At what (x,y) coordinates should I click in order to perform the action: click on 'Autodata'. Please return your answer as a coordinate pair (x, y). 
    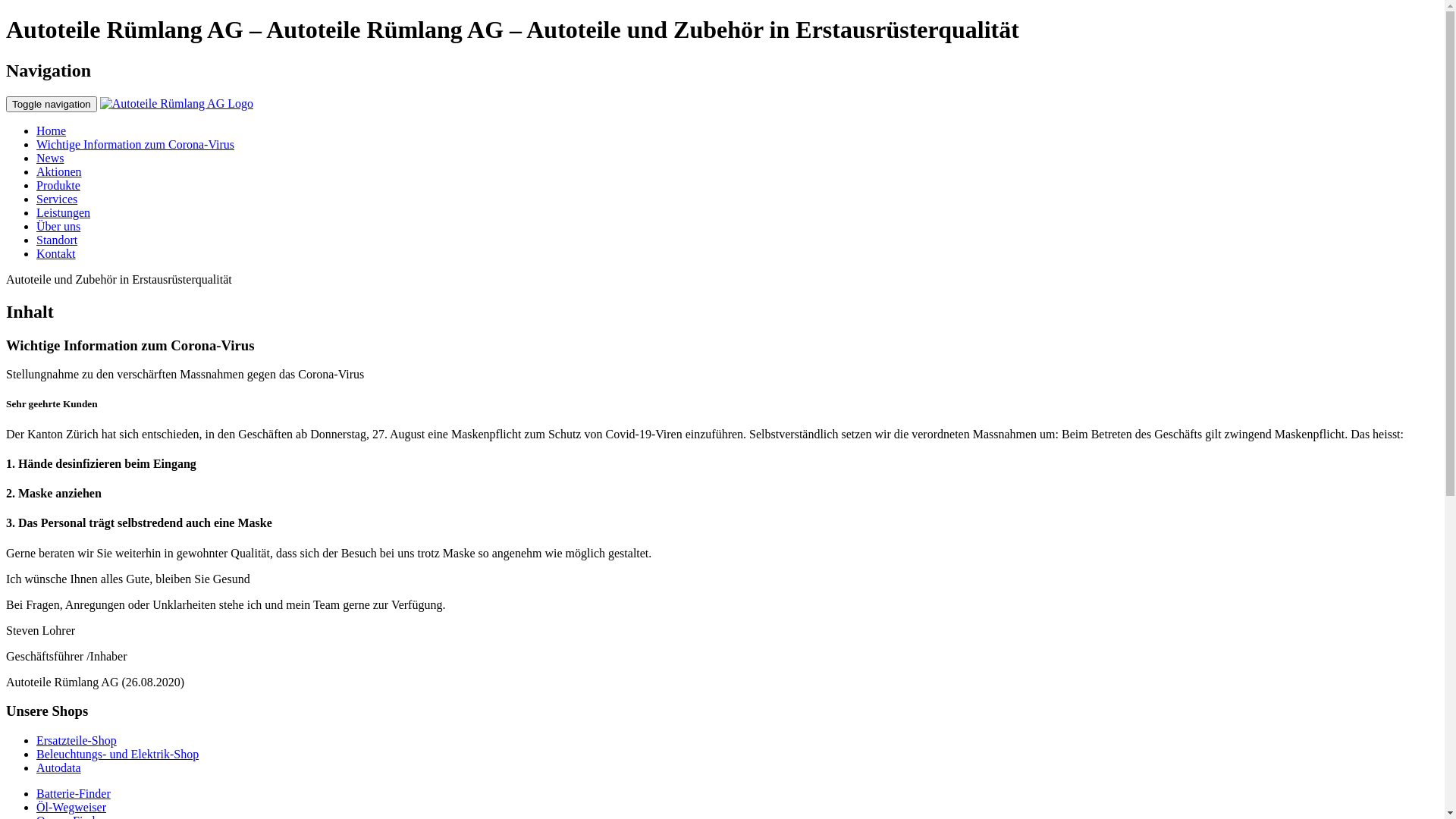
    Looking at the image, I should click on (58, 767).